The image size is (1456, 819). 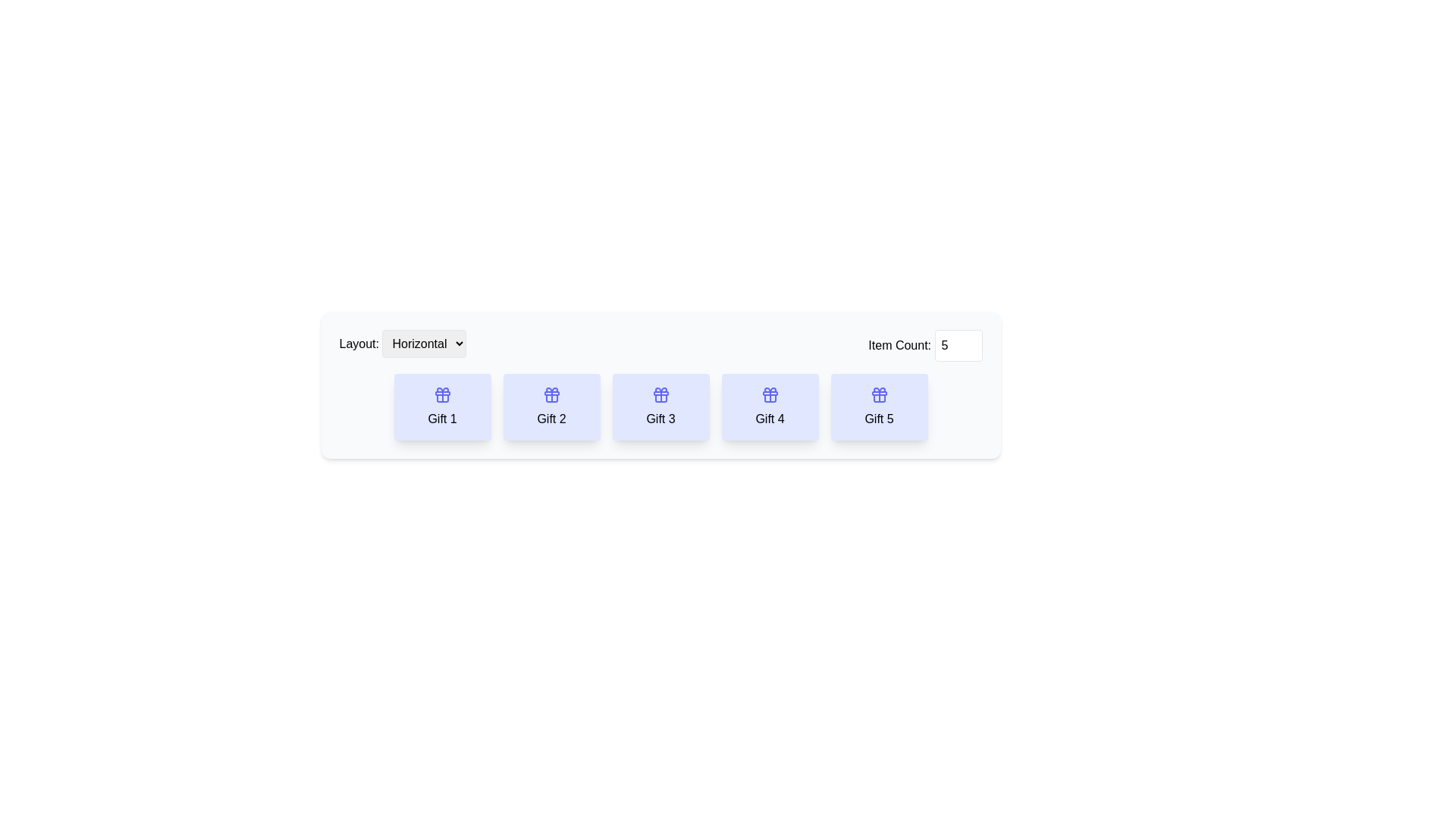 What do you see at coordinates (551, 406) in the screenshot?
I see `the second card labeled 'Gift 2' in the list` at bounding box center [551, 406].